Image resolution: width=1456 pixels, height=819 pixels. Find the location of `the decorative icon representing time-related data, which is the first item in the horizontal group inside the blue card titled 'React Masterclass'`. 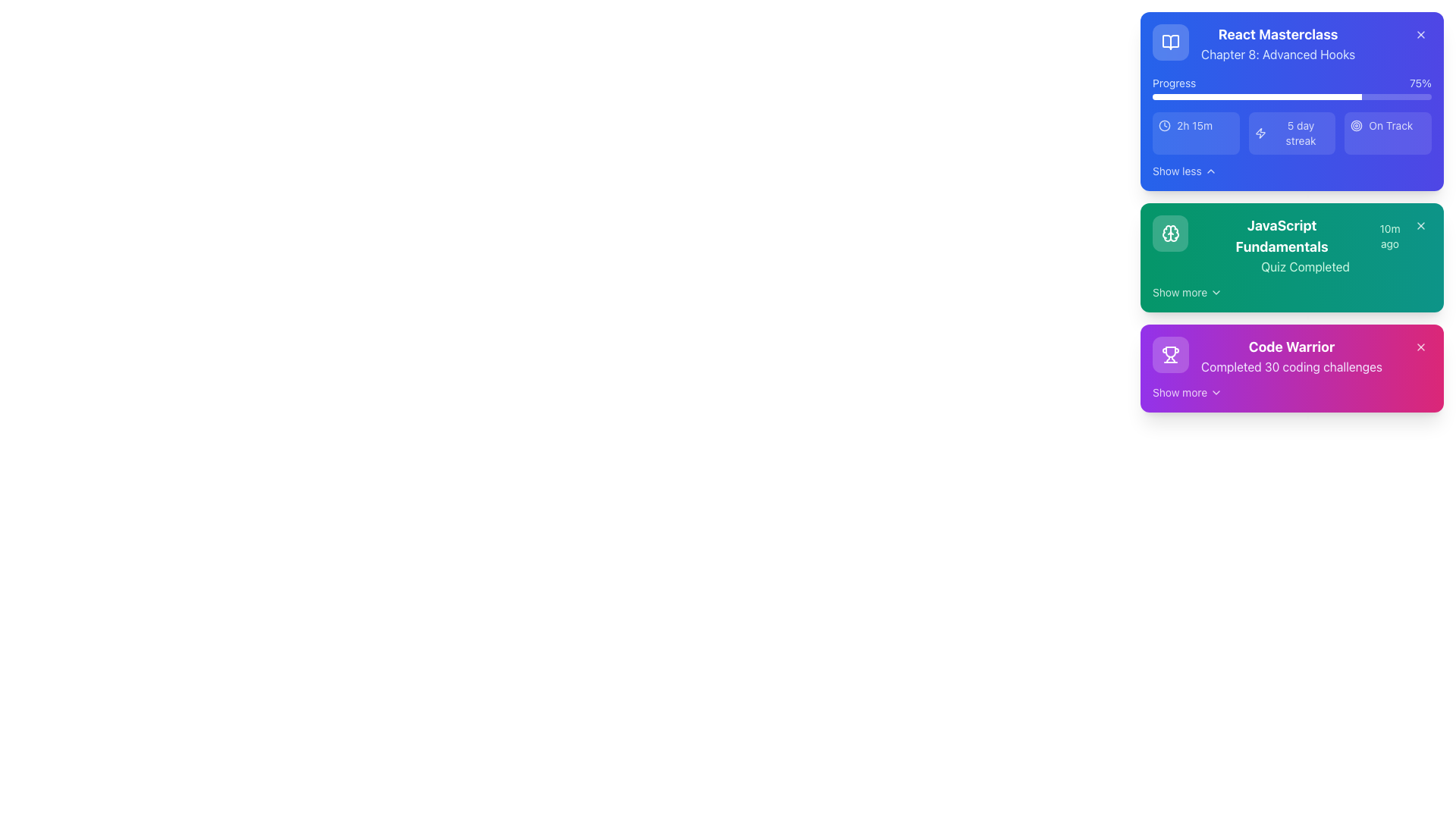

the decorative icon representing time-related data, which is the first item in the horizontal group inside the blue card titled 'React Masterclass' is located at coordinates (1164, 124).